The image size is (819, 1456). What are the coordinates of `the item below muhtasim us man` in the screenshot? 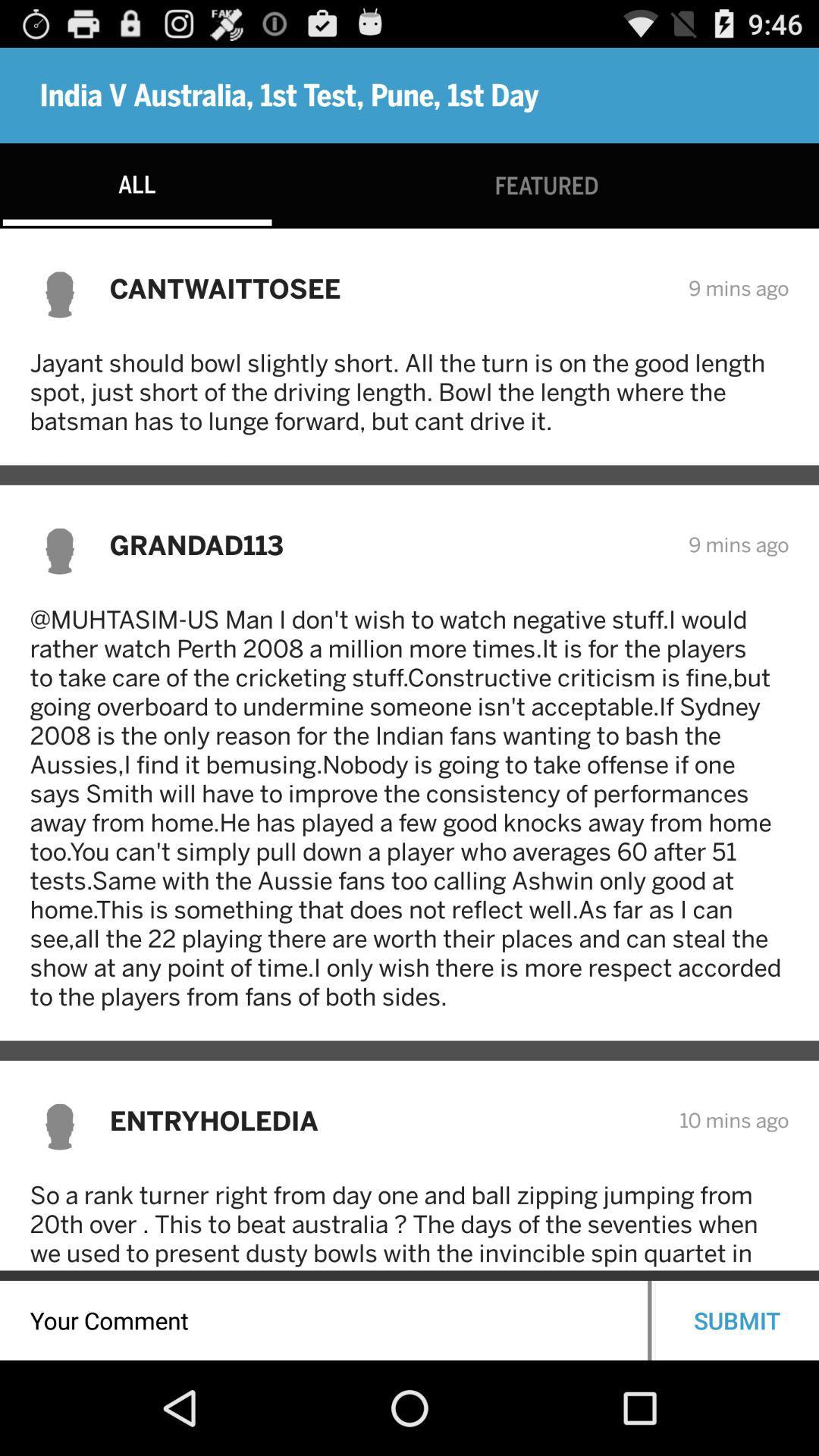 It's located at (384, 1120).